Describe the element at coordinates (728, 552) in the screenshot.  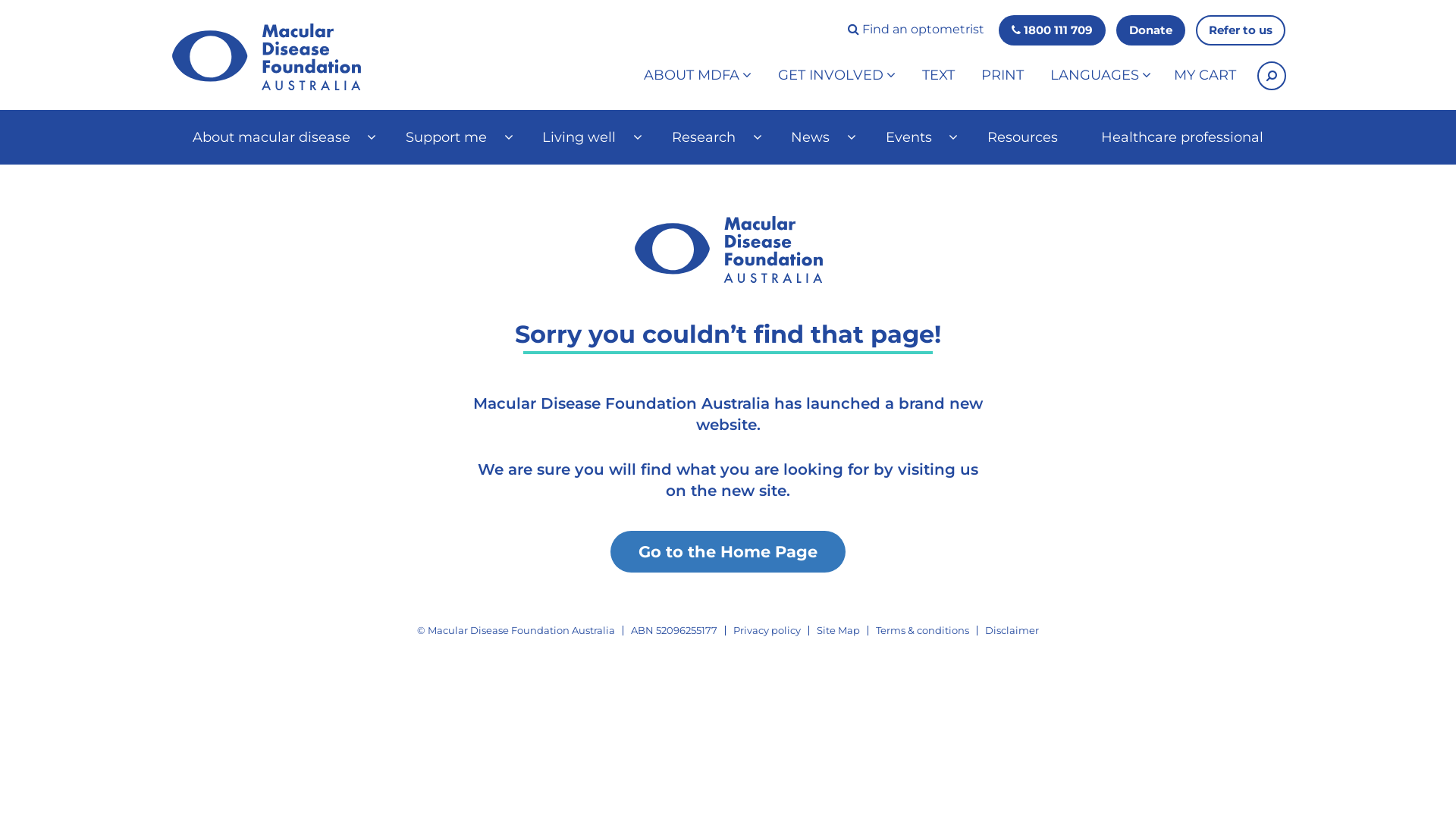
I see `'Go to the Home Page'` at that location.